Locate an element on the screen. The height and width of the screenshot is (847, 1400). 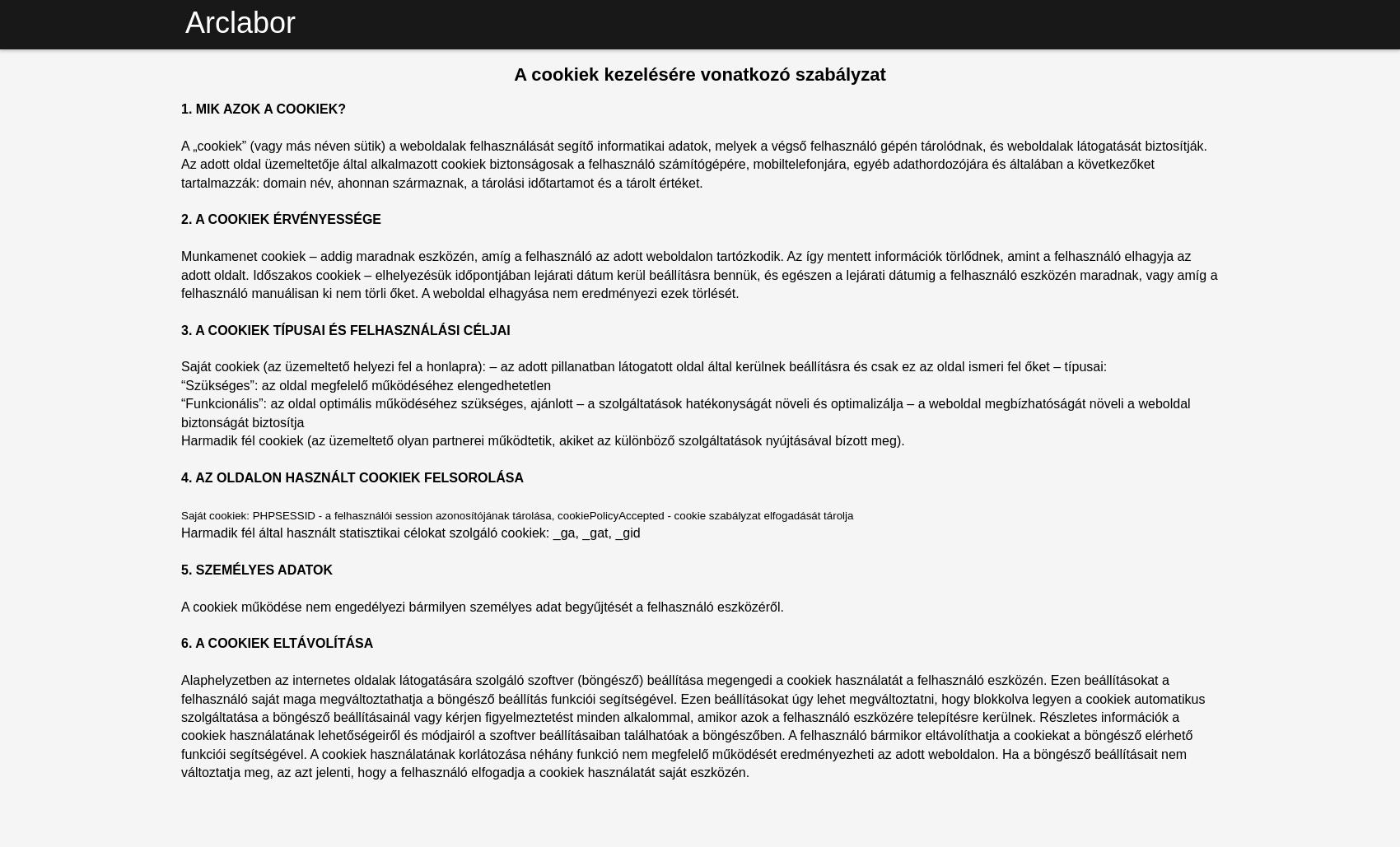
'5. SZEMÉLYES ADATOK' is located at coordinates (256, 568).